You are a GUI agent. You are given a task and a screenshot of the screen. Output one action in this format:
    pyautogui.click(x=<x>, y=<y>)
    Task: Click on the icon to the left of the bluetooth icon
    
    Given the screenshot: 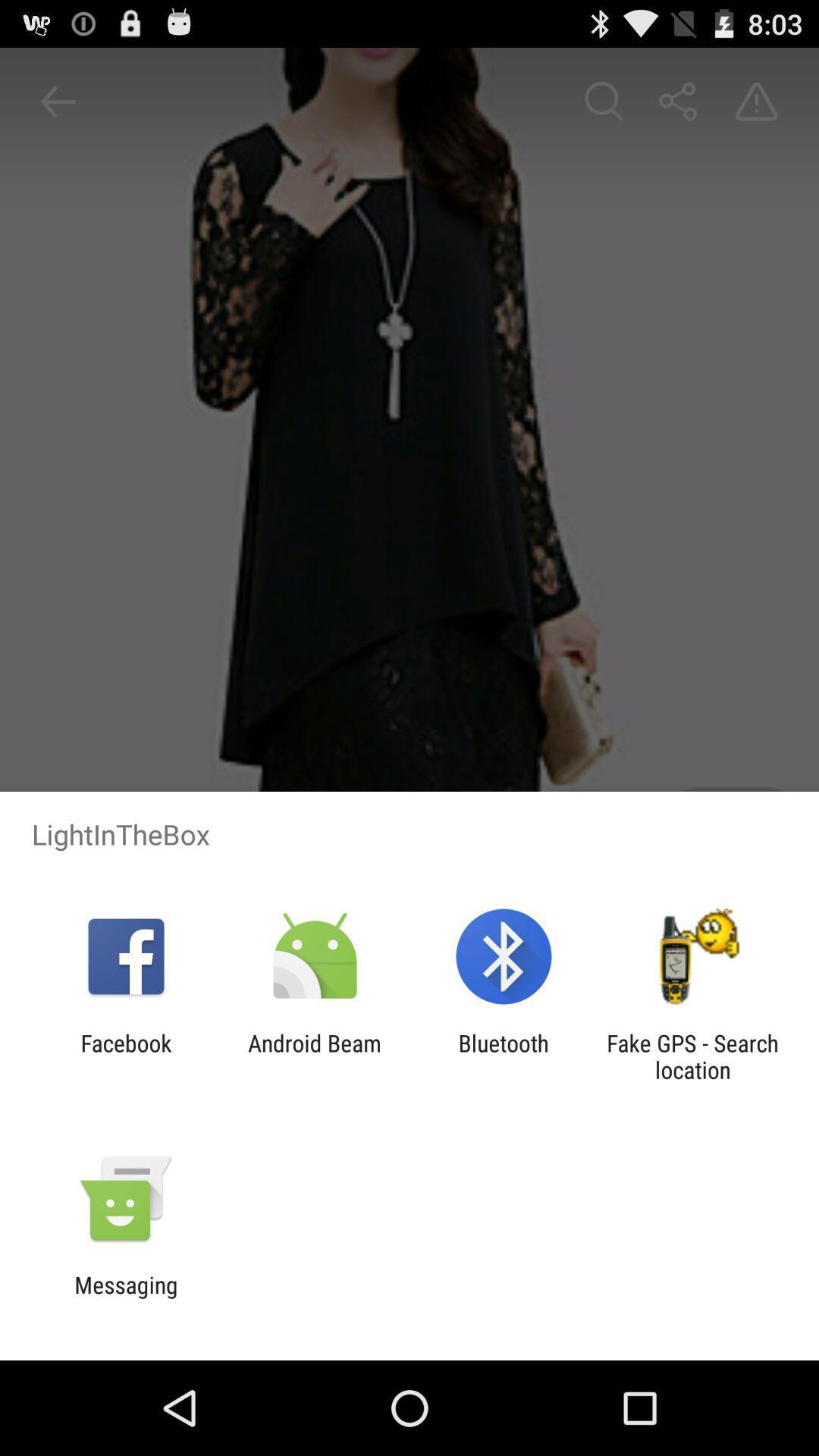 What is the action you would take?
    pyautogui.click(x=314, y=1056)
    